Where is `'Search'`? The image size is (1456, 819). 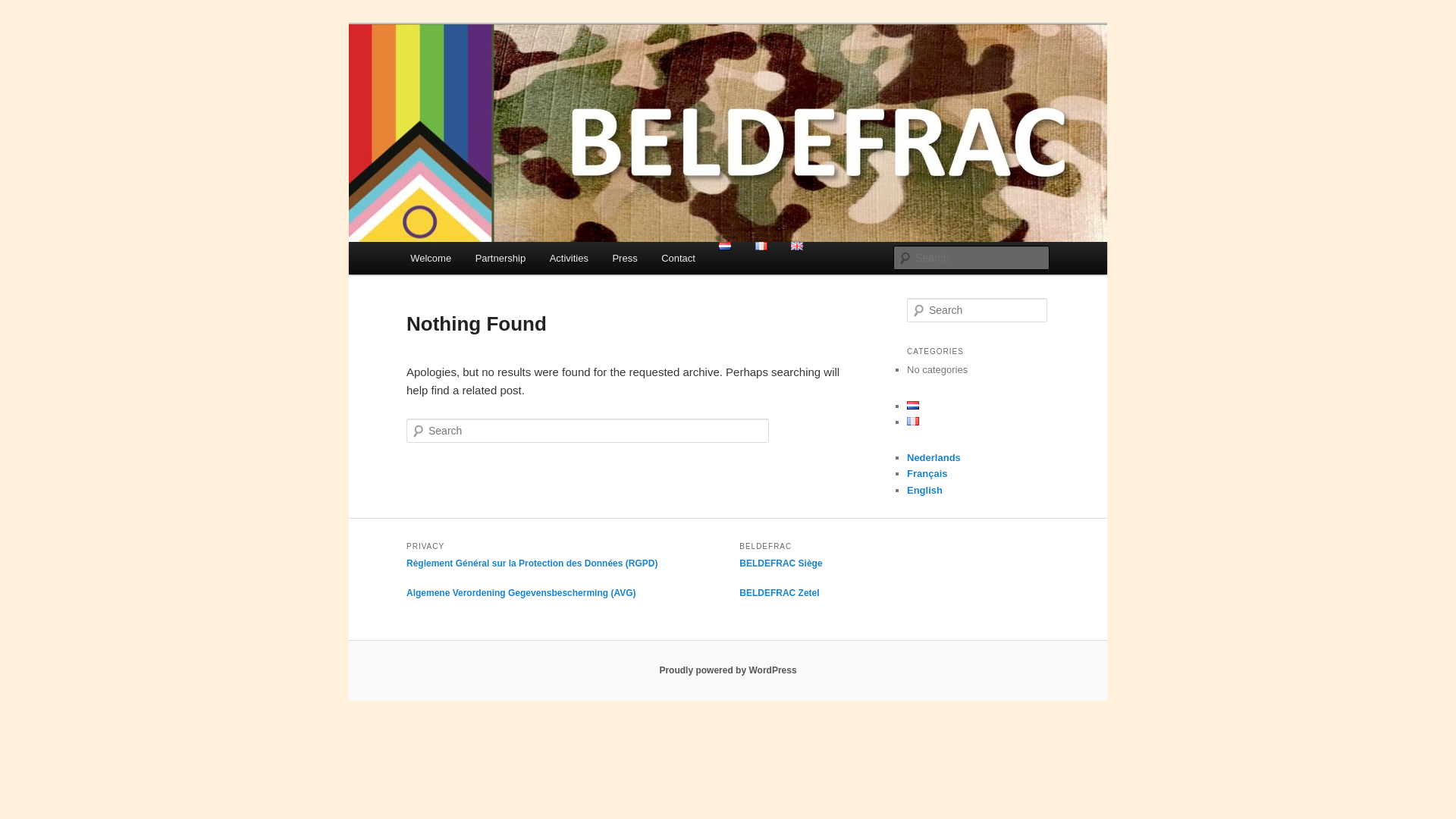
'Search' is located at coordinates (24, 8).